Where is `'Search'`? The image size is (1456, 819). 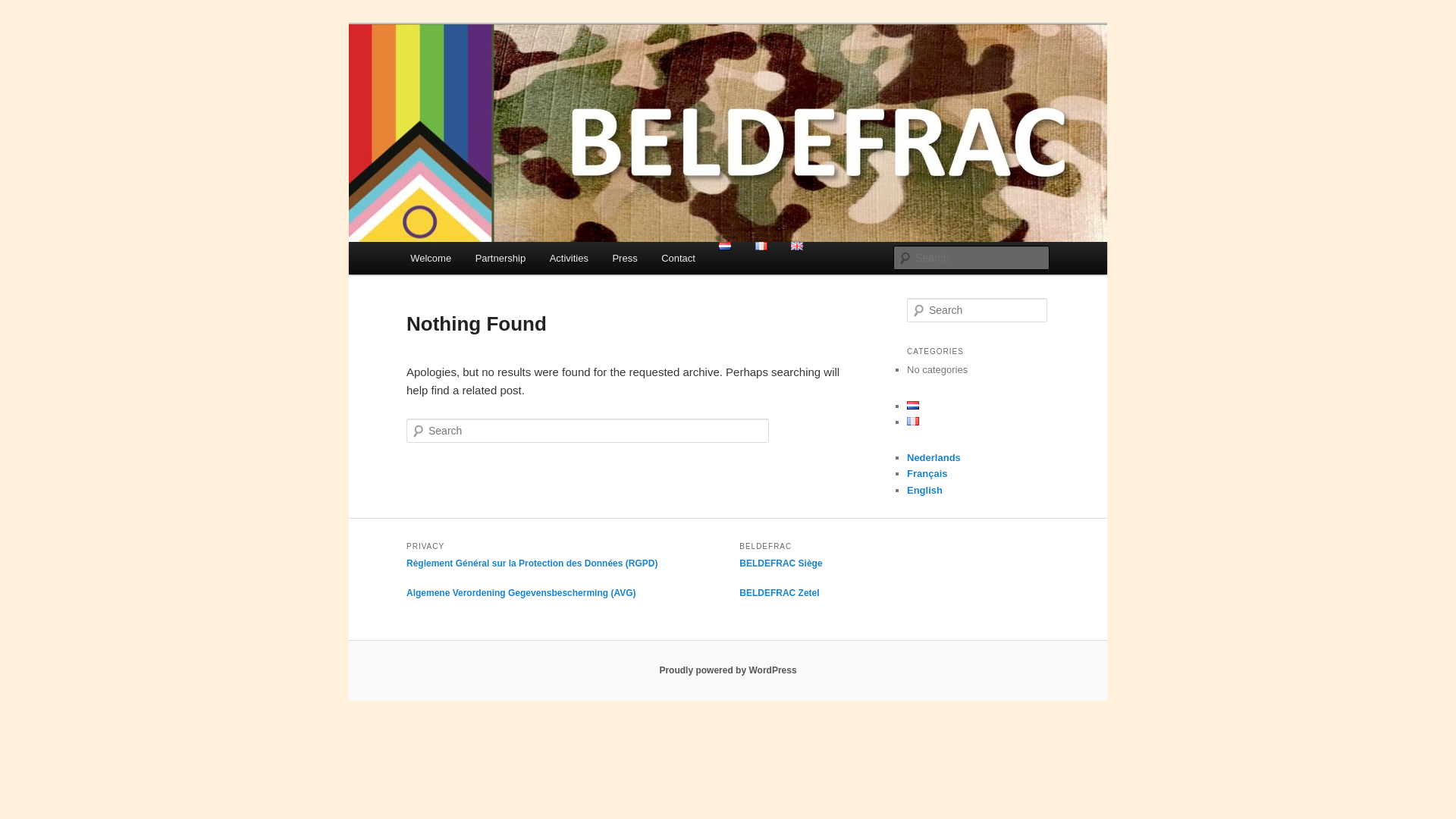
'Search' is located at coordinates (24, 8).